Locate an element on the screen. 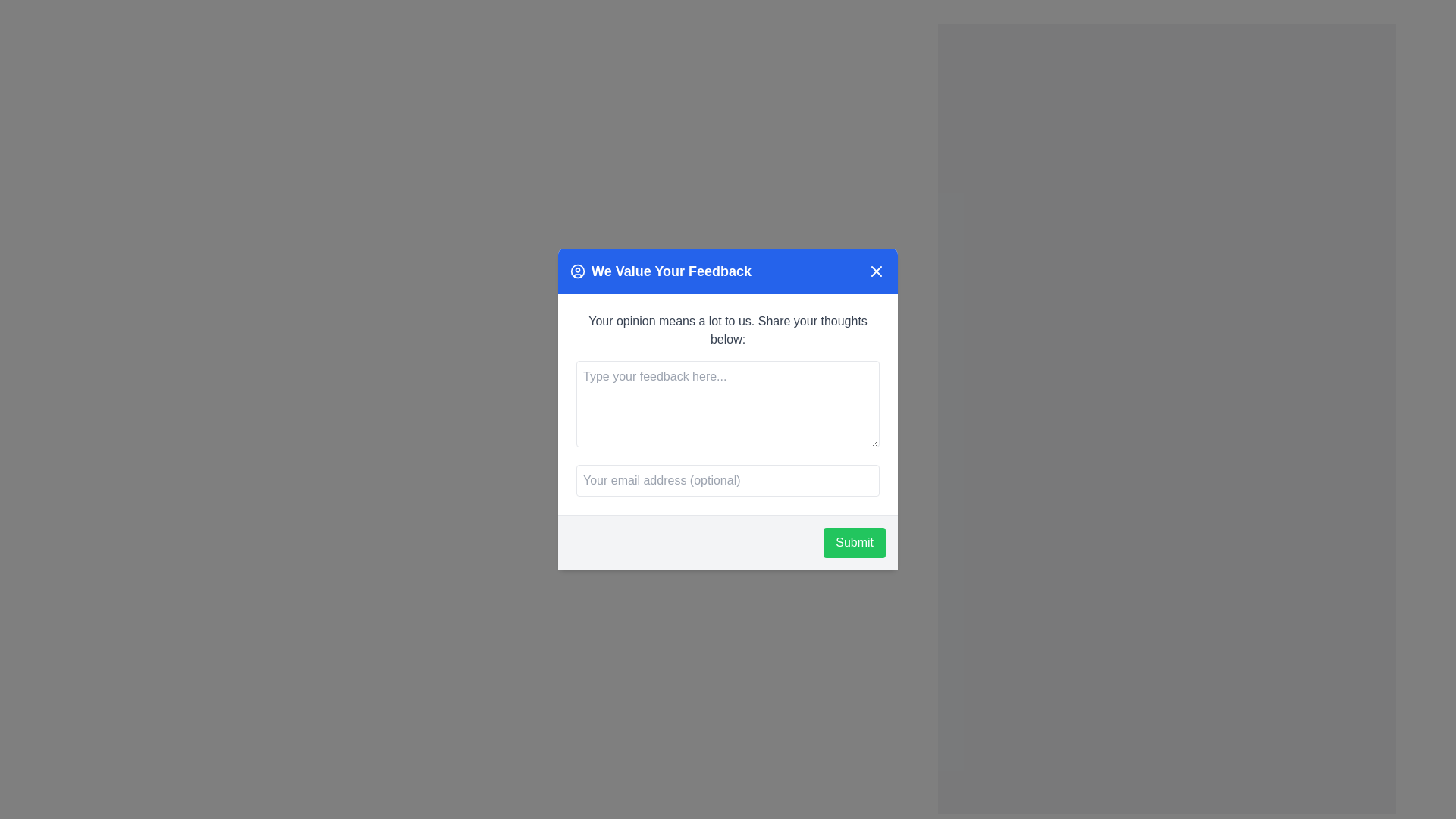 Image resolution: width=1456 pixels, height=819 pixels. the close icon resembling an 'X' shape located in the top-right corner of the blue-header feedback form is located at coordinates (877, 271).